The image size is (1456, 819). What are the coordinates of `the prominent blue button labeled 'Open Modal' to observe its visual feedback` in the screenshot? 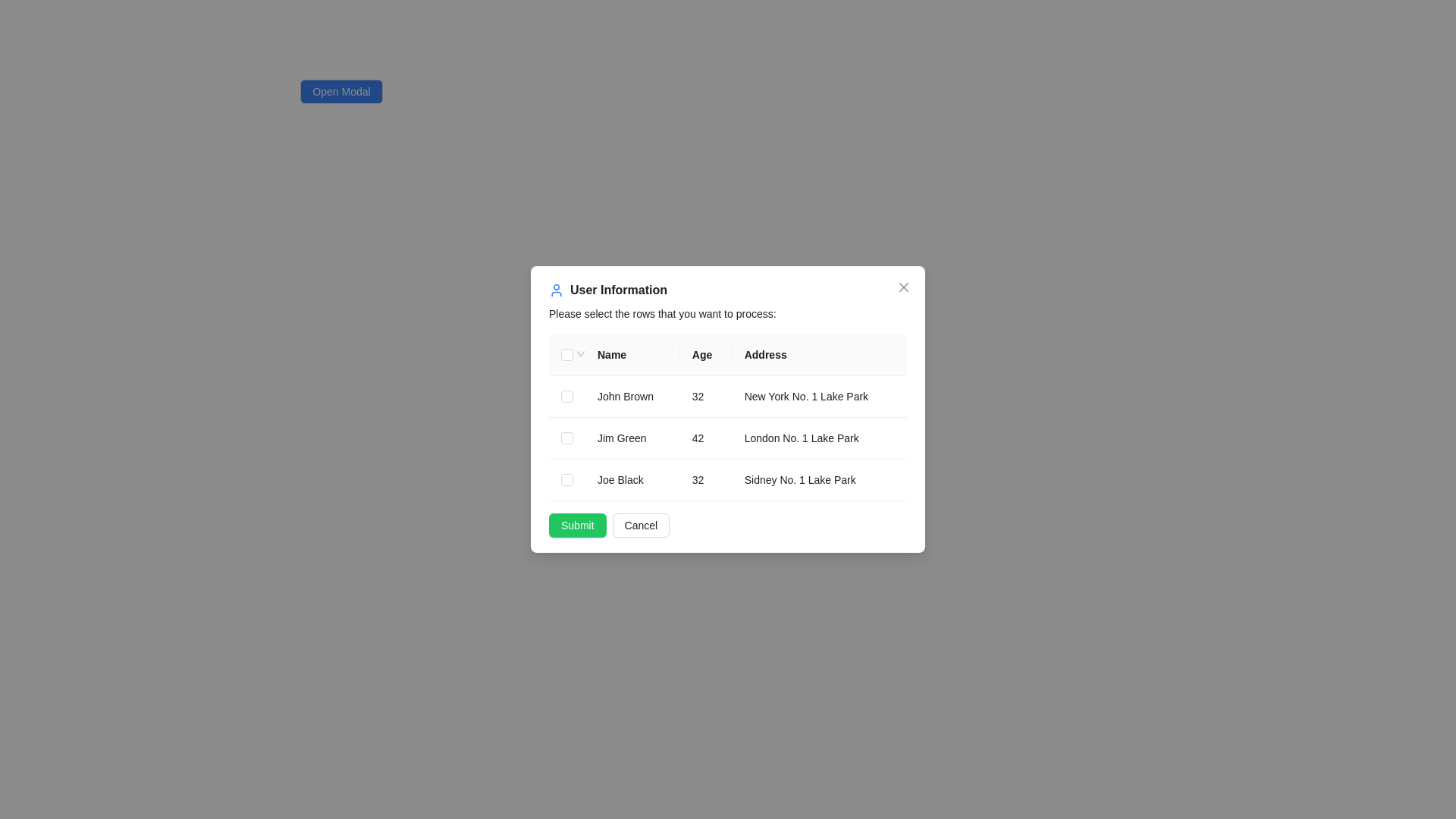 It's located at (340, 91).